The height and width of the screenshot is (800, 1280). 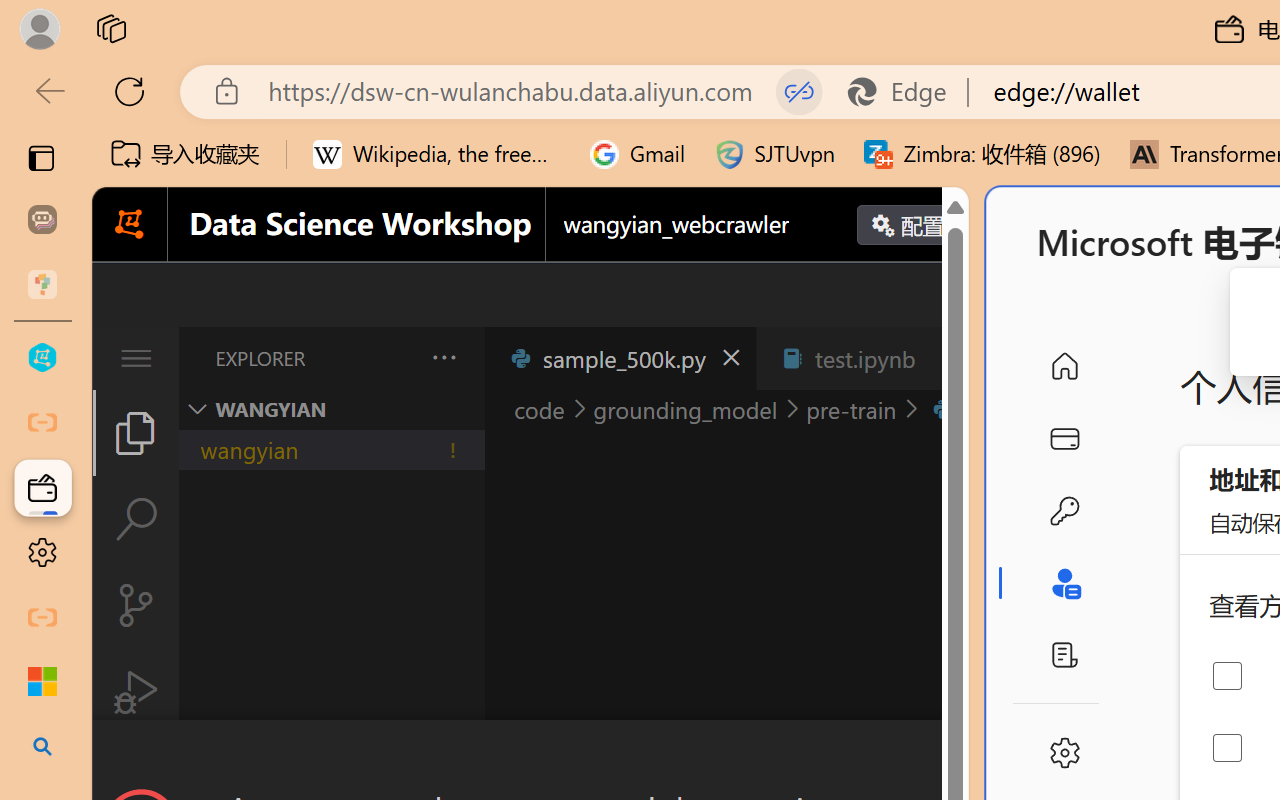 I want to click on 'Close Dialog', so click(x=960, y=756).